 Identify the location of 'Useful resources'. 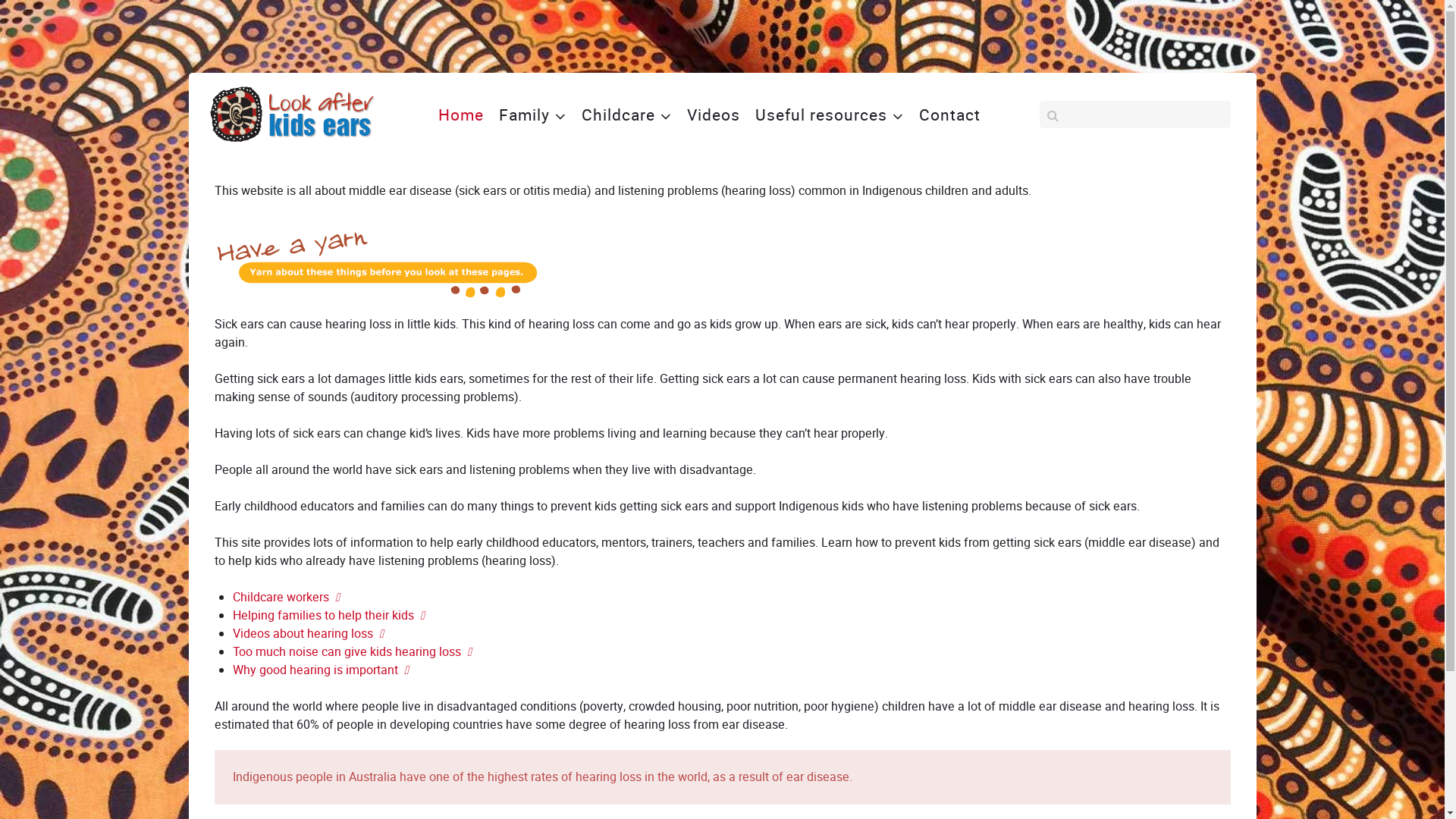
(829, 113).